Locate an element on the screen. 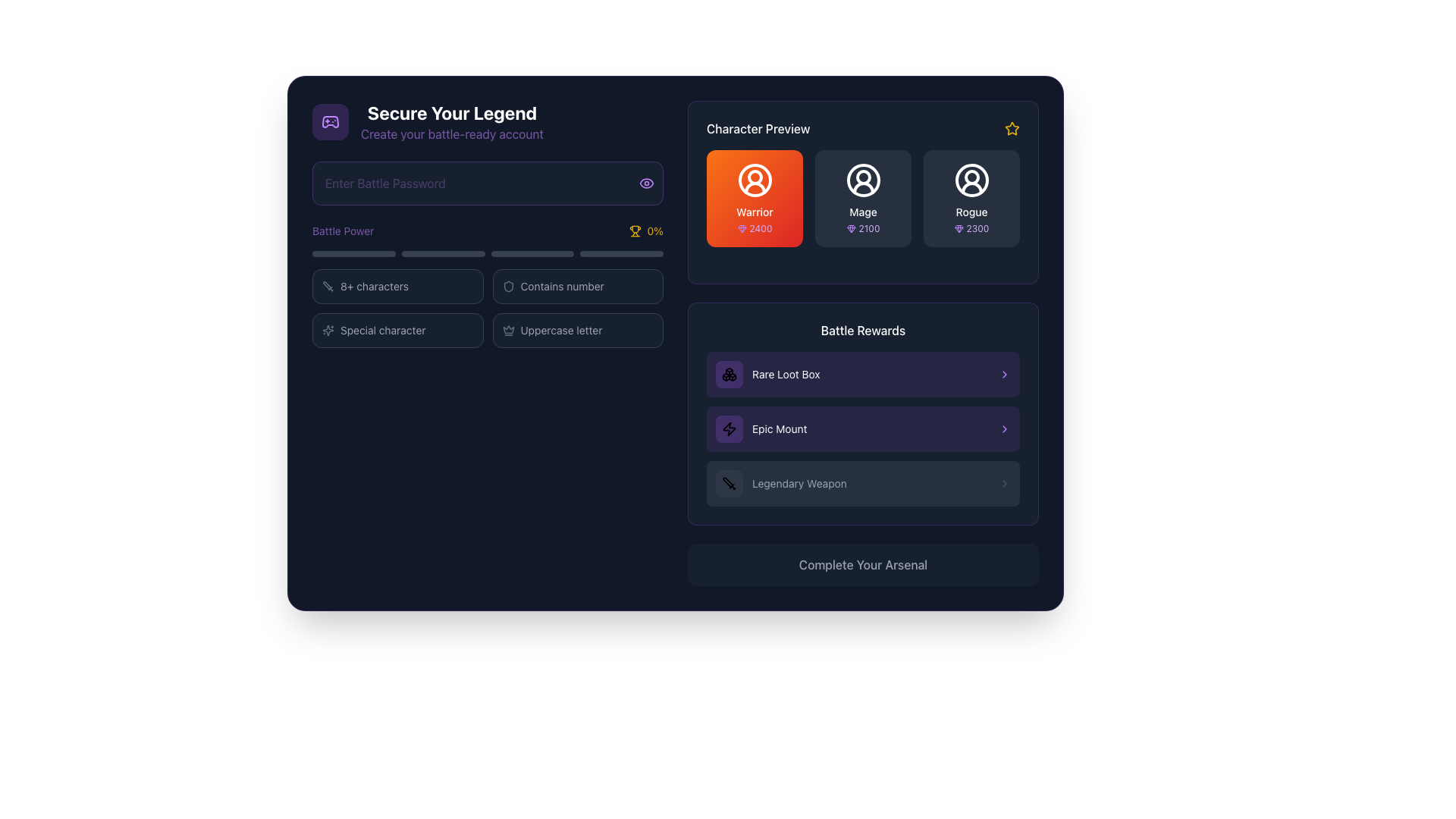  the label displaying 'Contains number' in a small, light gray font located under the 'Battle Power' label, positioned to the right of a circular icon is located at coordinates (561, 287).